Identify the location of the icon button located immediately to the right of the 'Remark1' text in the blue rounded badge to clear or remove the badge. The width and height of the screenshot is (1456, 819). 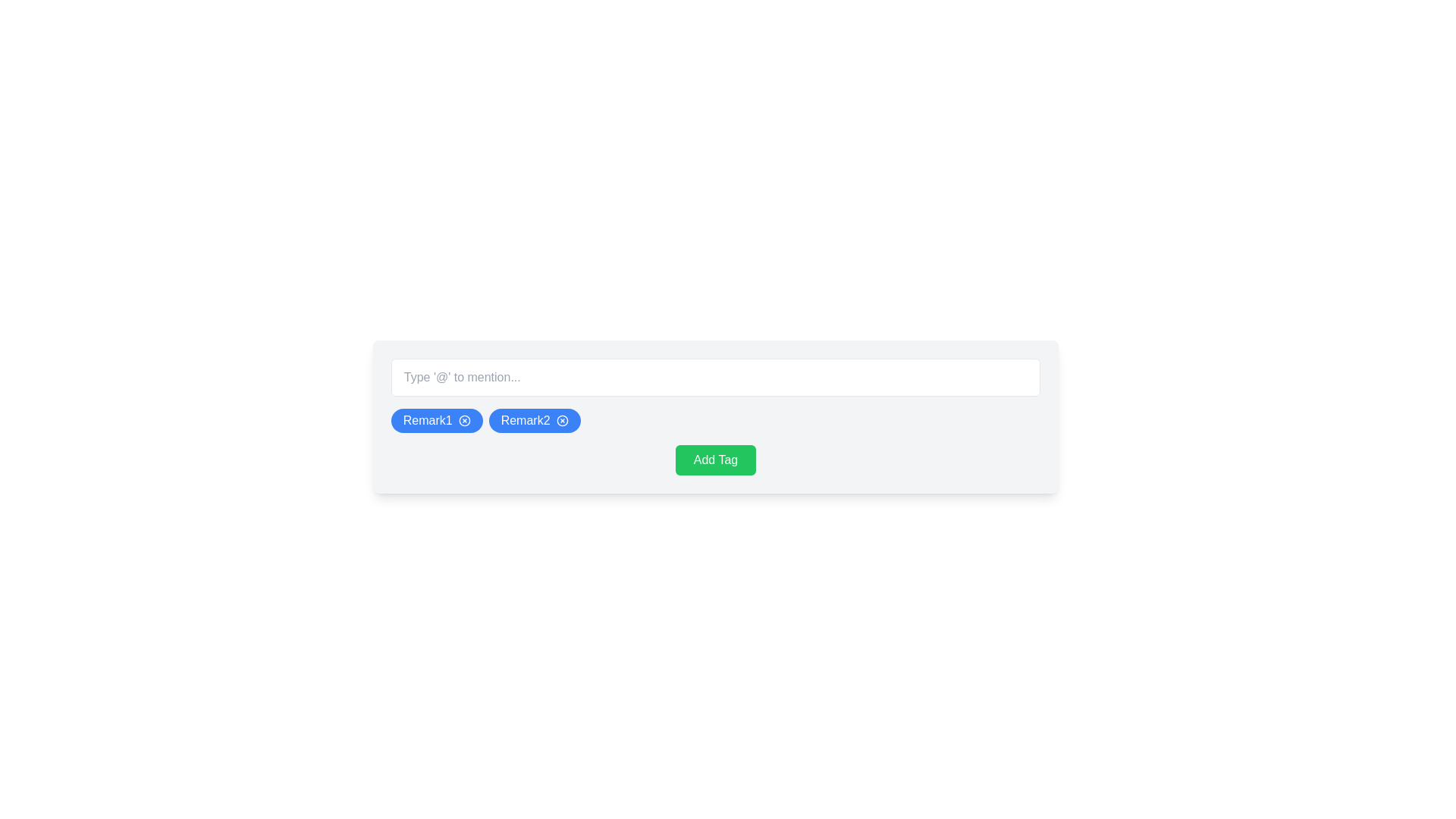
(463, 421).